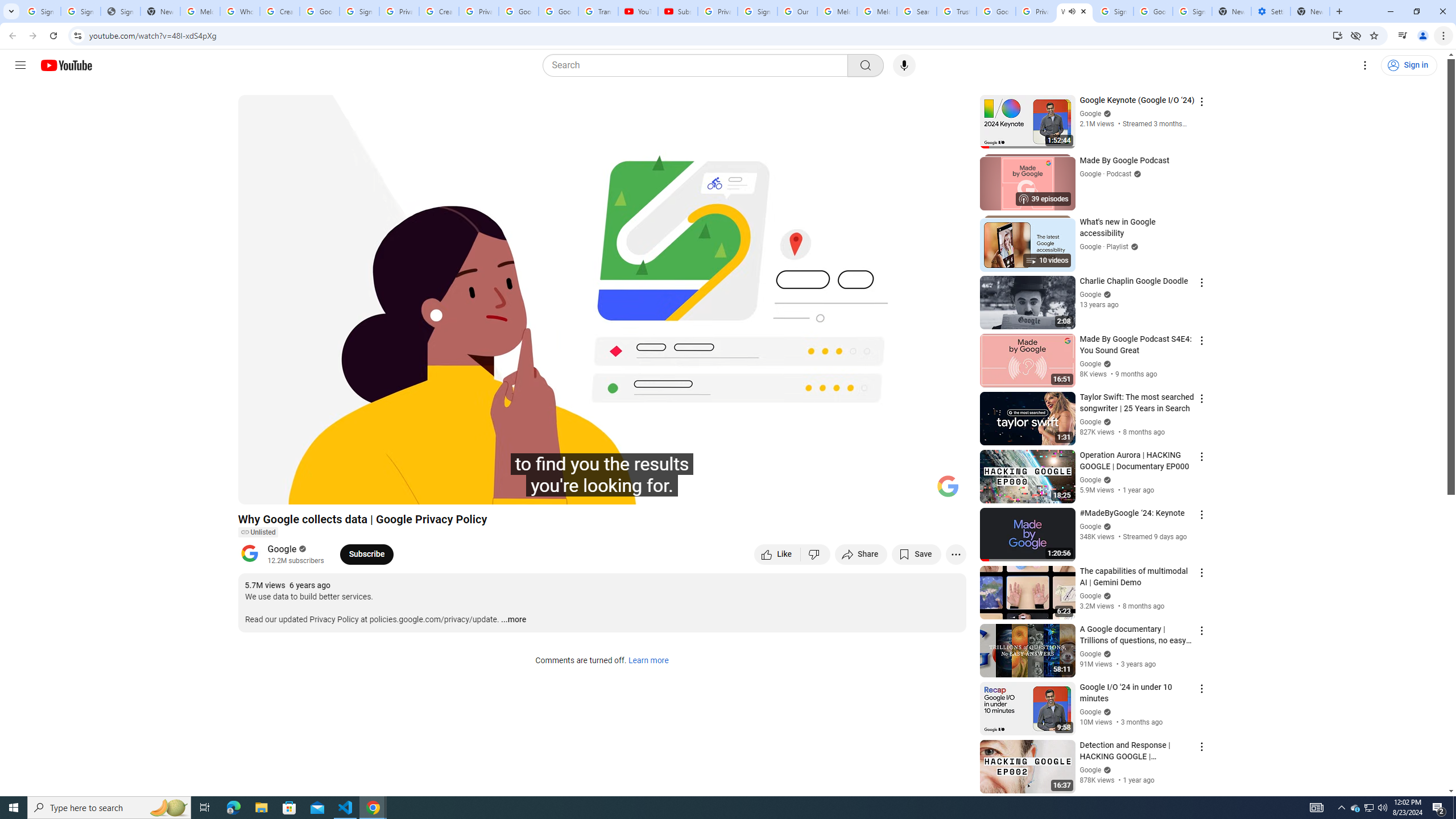 Image resolution: width=1456 pixels, height=819 pixels. Describe the element at coordinates (312, 490) in the screenshot. I see `'Mute (m)'` at that location.